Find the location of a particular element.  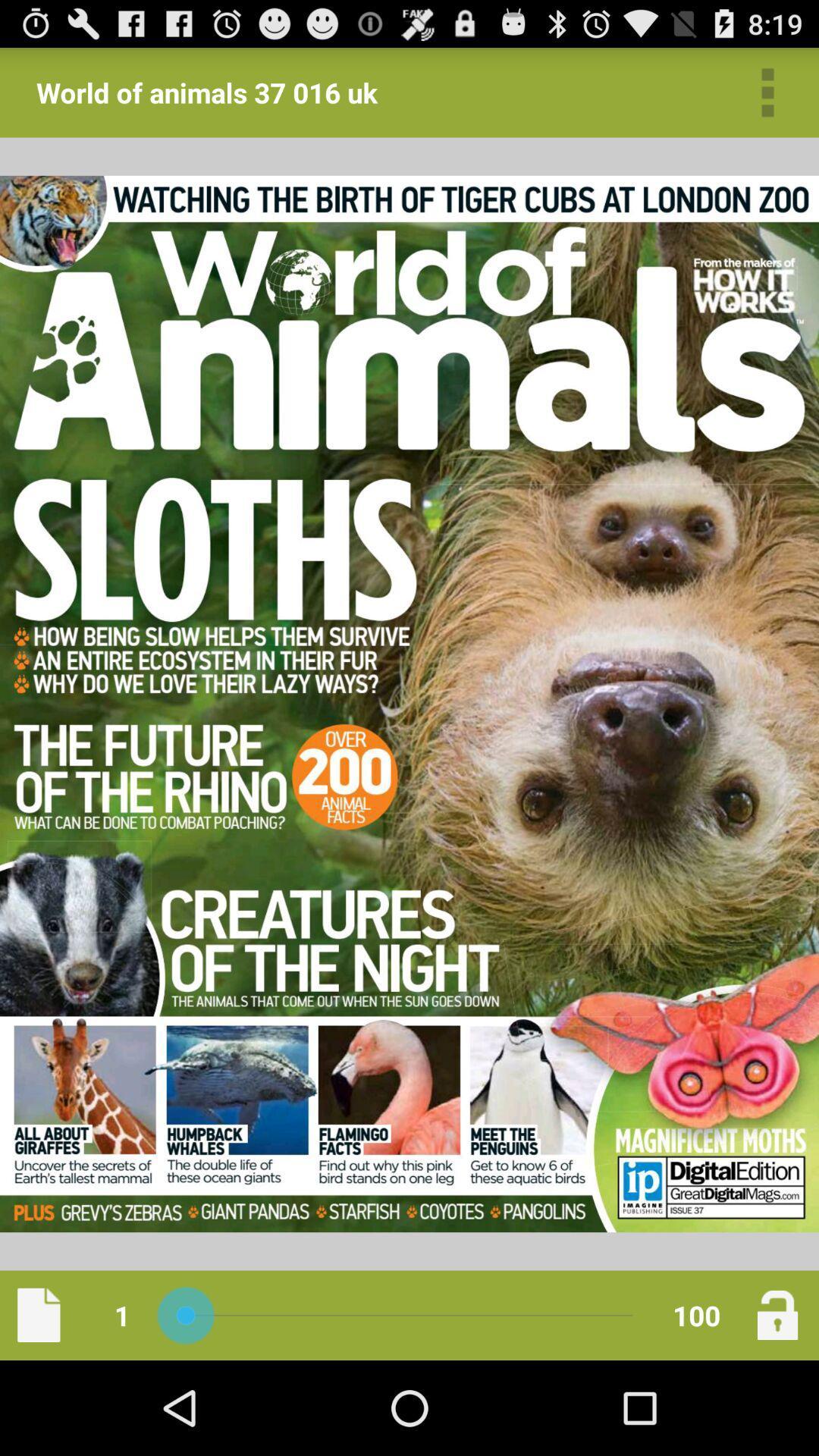

the item at the top right corner is located at coordinates (767, 92).